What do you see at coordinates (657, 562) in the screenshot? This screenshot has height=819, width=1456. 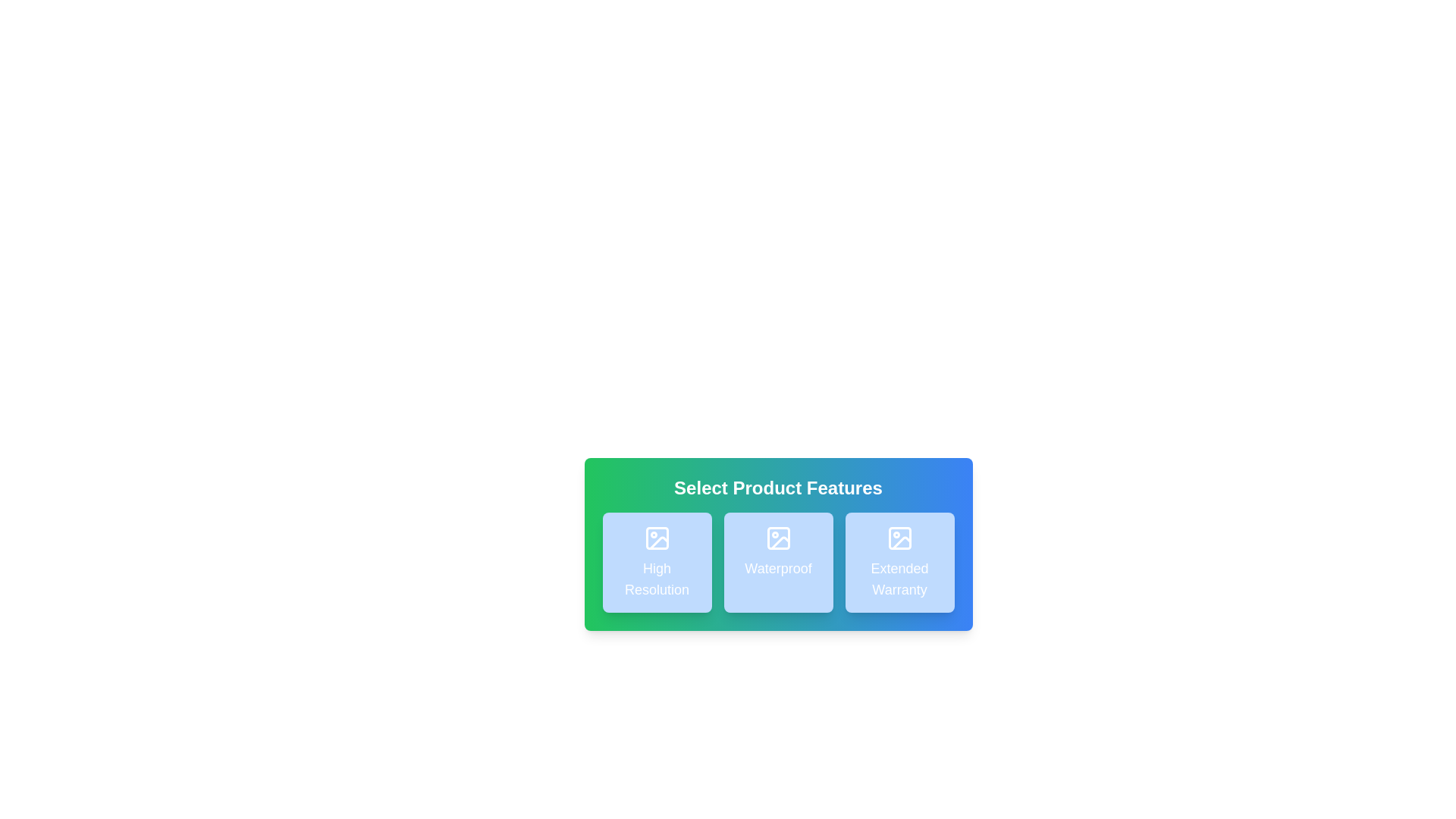 I see `the feature card labeled High Resolution` at bounding box center [657, 562].